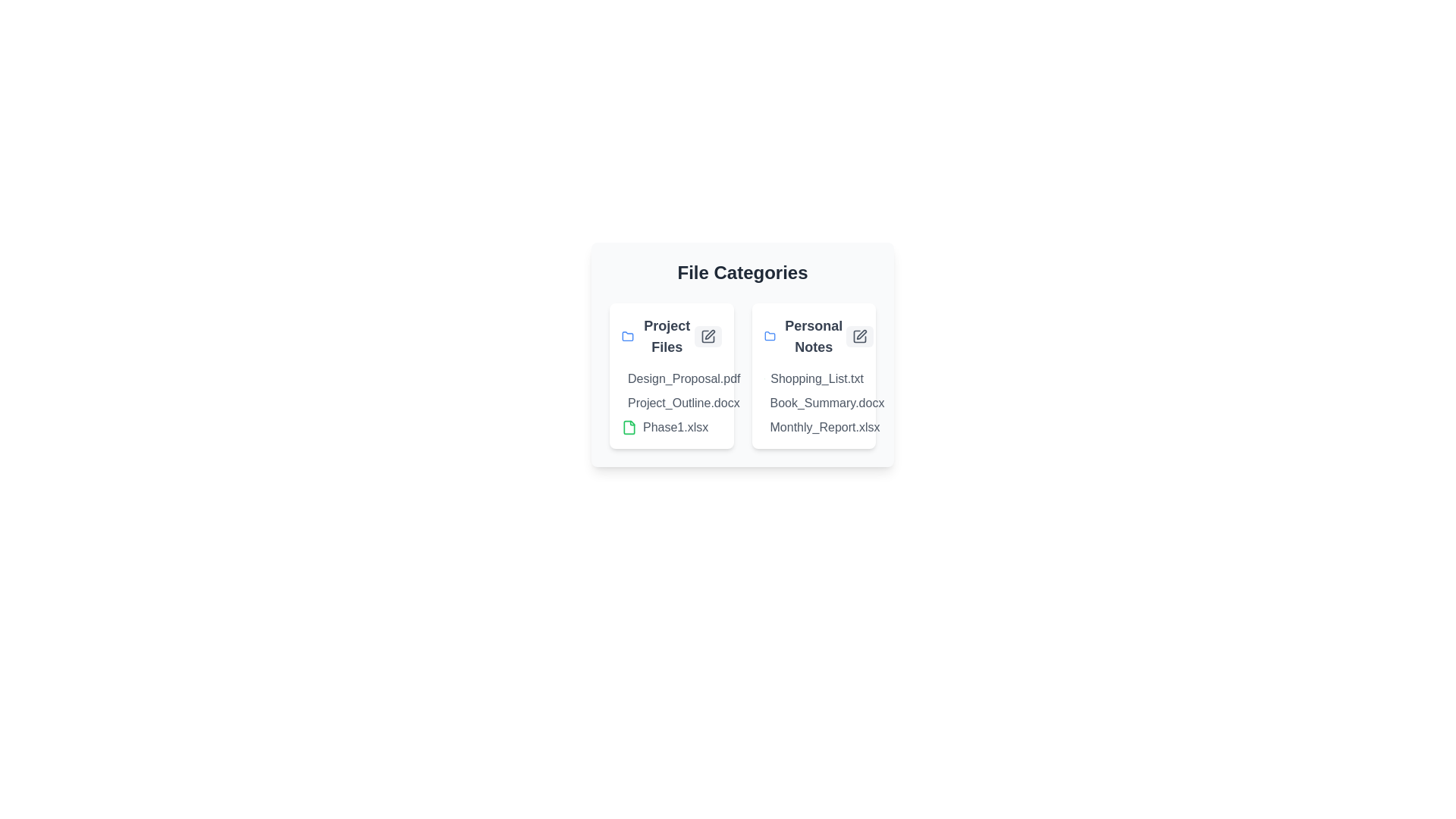 This screenshot has height=819, width=1456. I want to click on the document Project_Outline.docx, so click(628, 403).